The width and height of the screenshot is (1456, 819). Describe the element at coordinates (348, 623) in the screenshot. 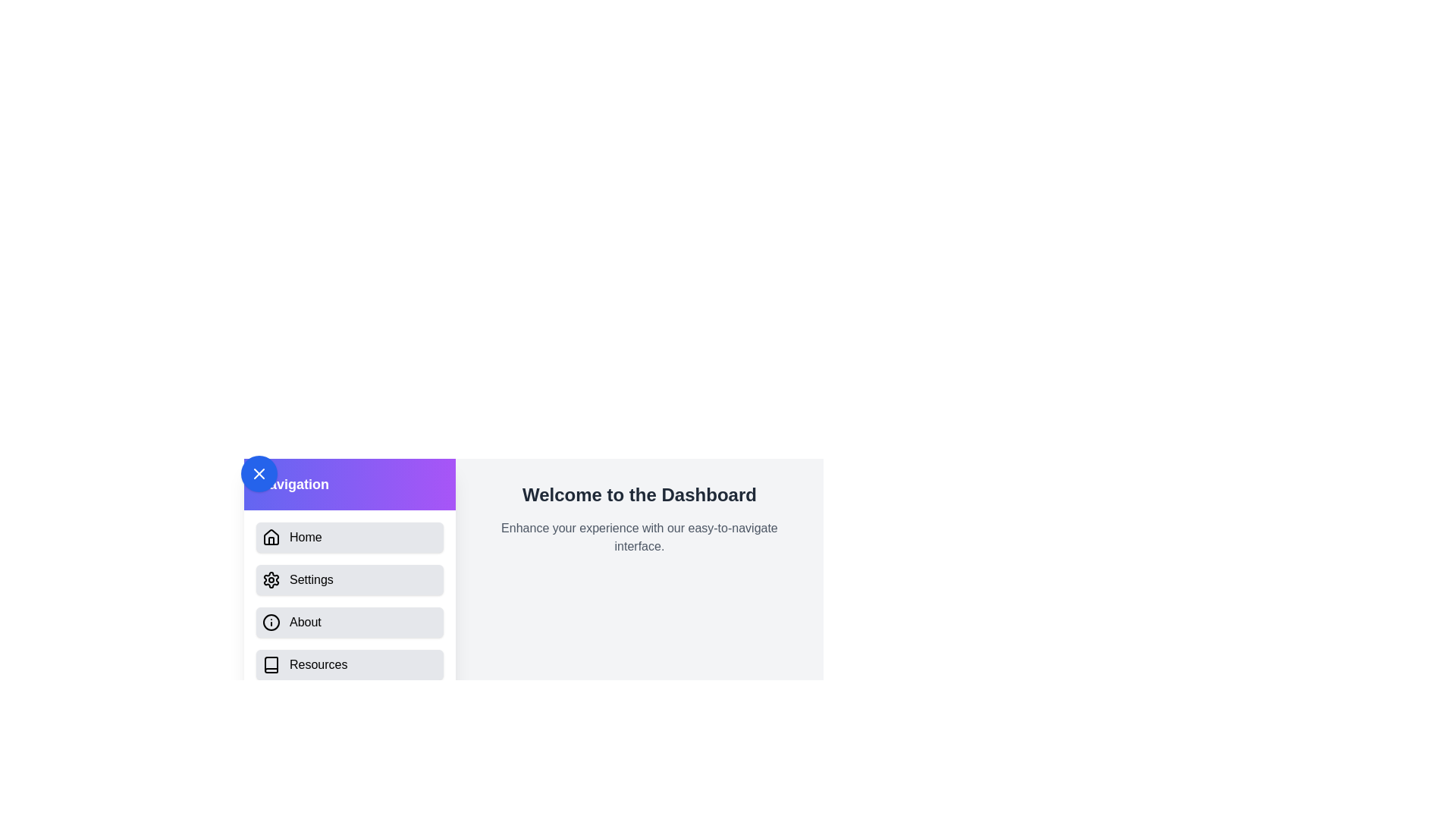

I see `the menu item labeled About from the drawer` at that location.